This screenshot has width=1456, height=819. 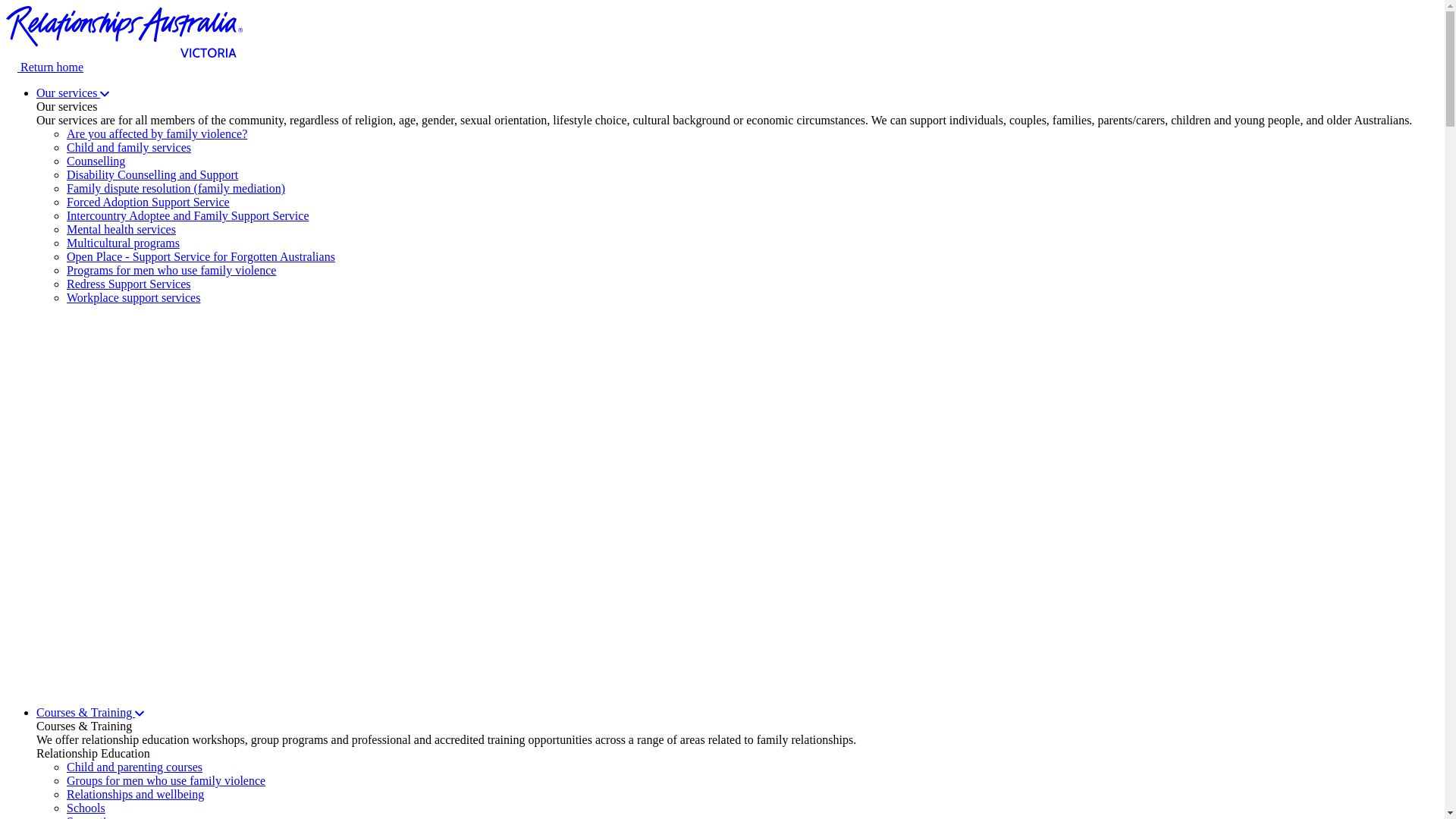 I want to click on 'Relationships and wellbeing', so click(x=135, y=793).